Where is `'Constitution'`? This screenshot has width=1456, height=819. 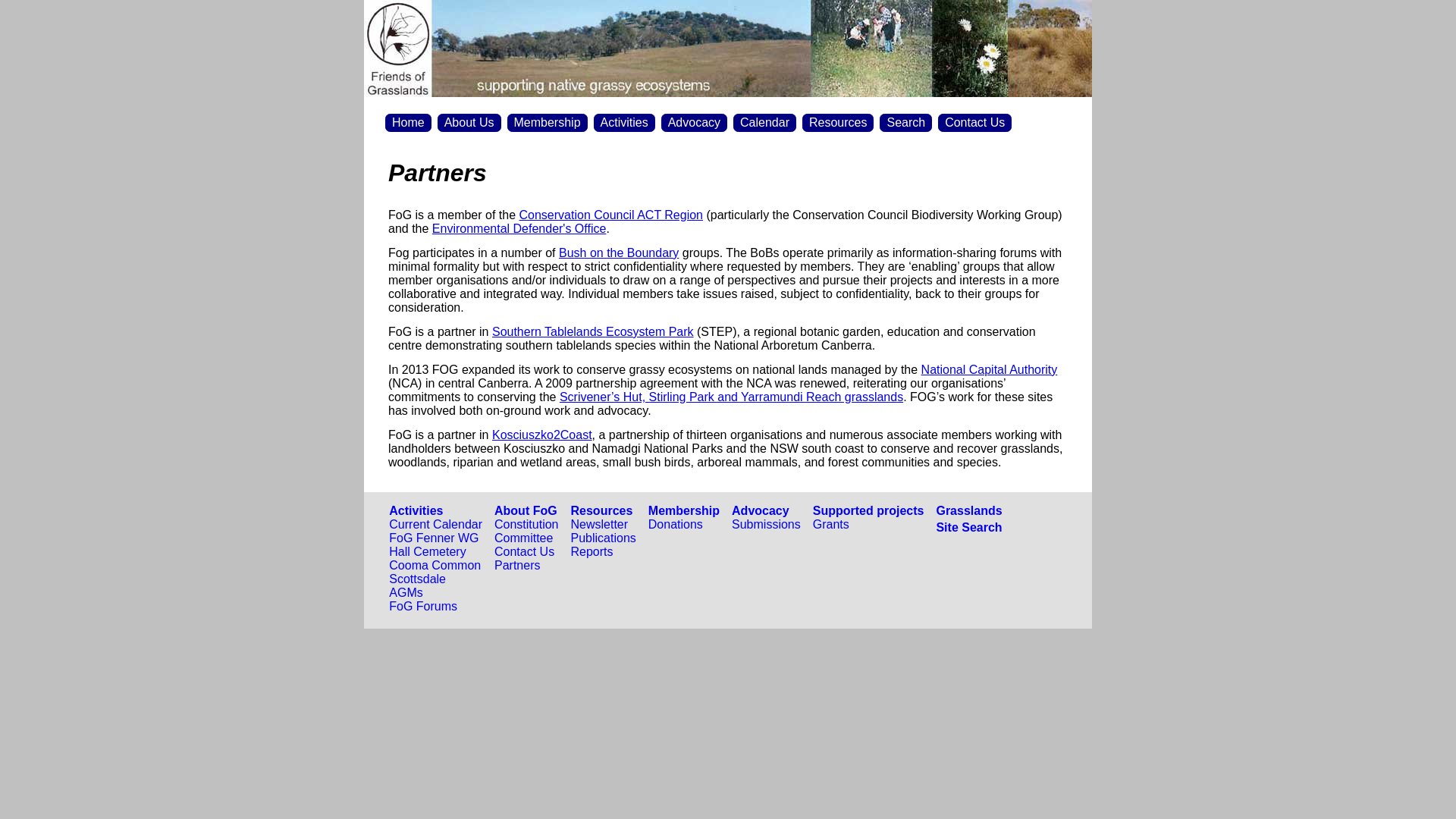
'Constitution' is located at coordinates (526, 523).